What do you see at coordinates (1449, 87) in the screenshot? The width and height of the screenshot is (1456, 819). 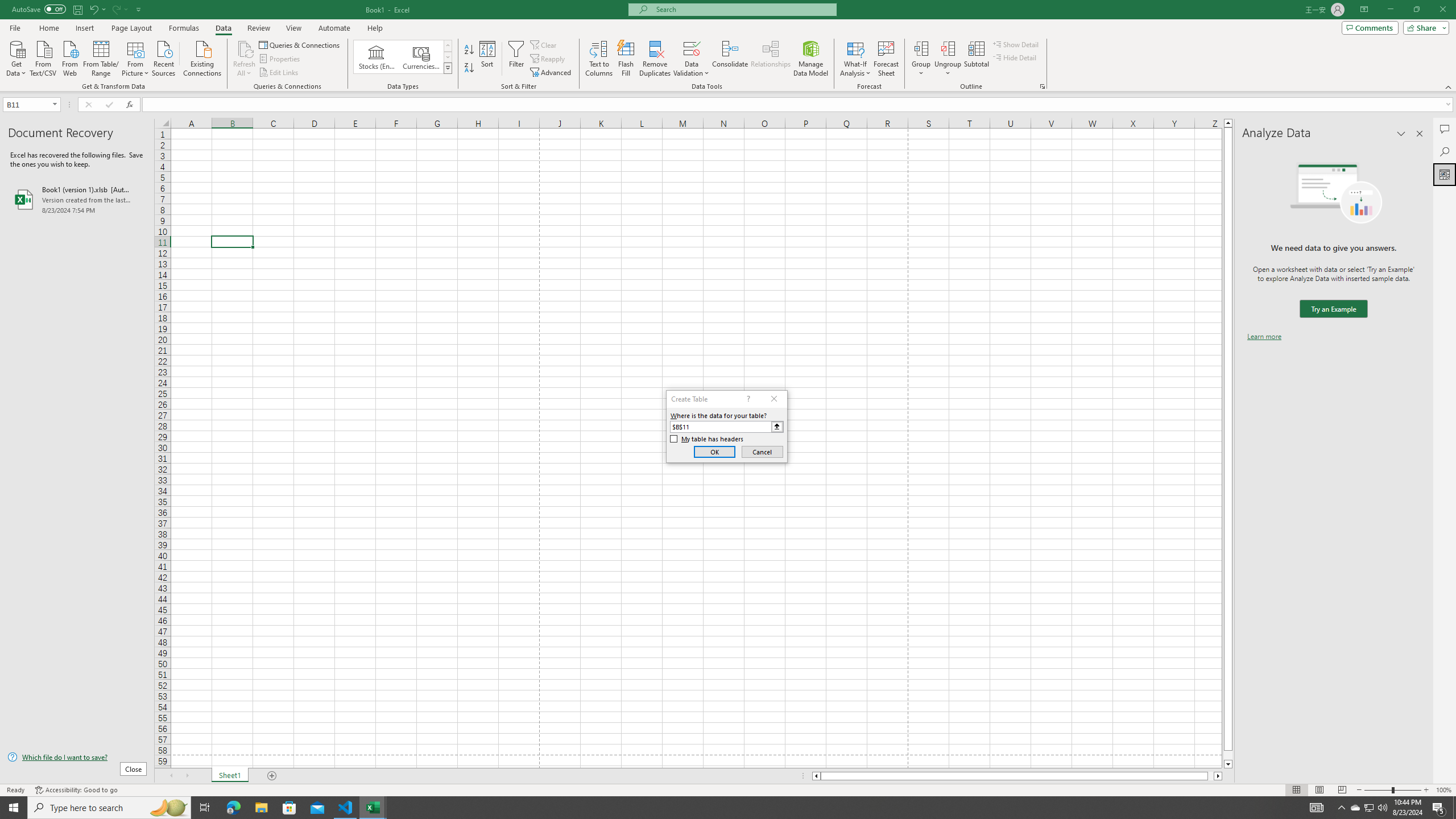 I see `'Collapse the Ribbon'` at bounding box center [1449, 87].